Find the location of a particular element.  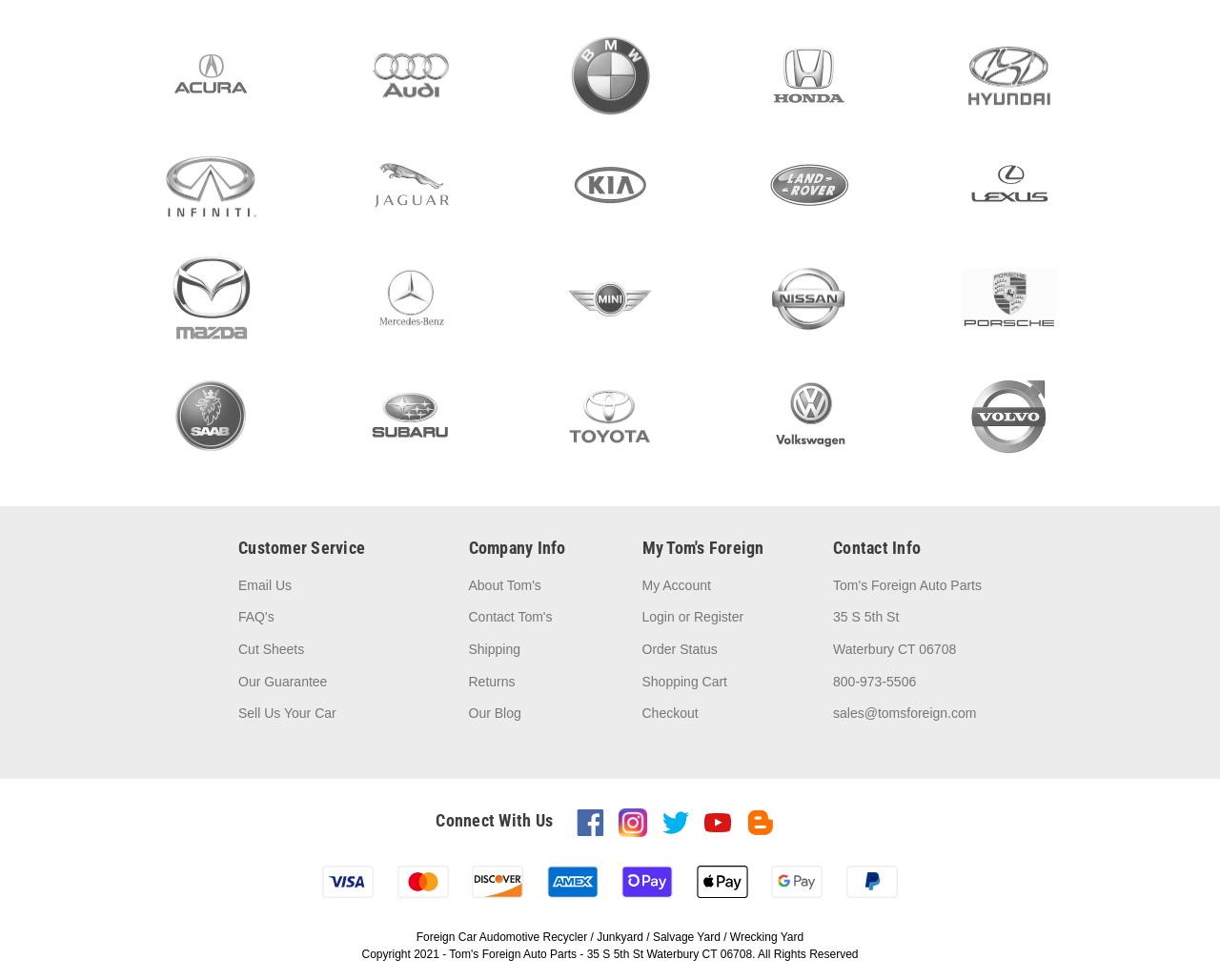

'Shipping' is located at coordinates (494, 649).